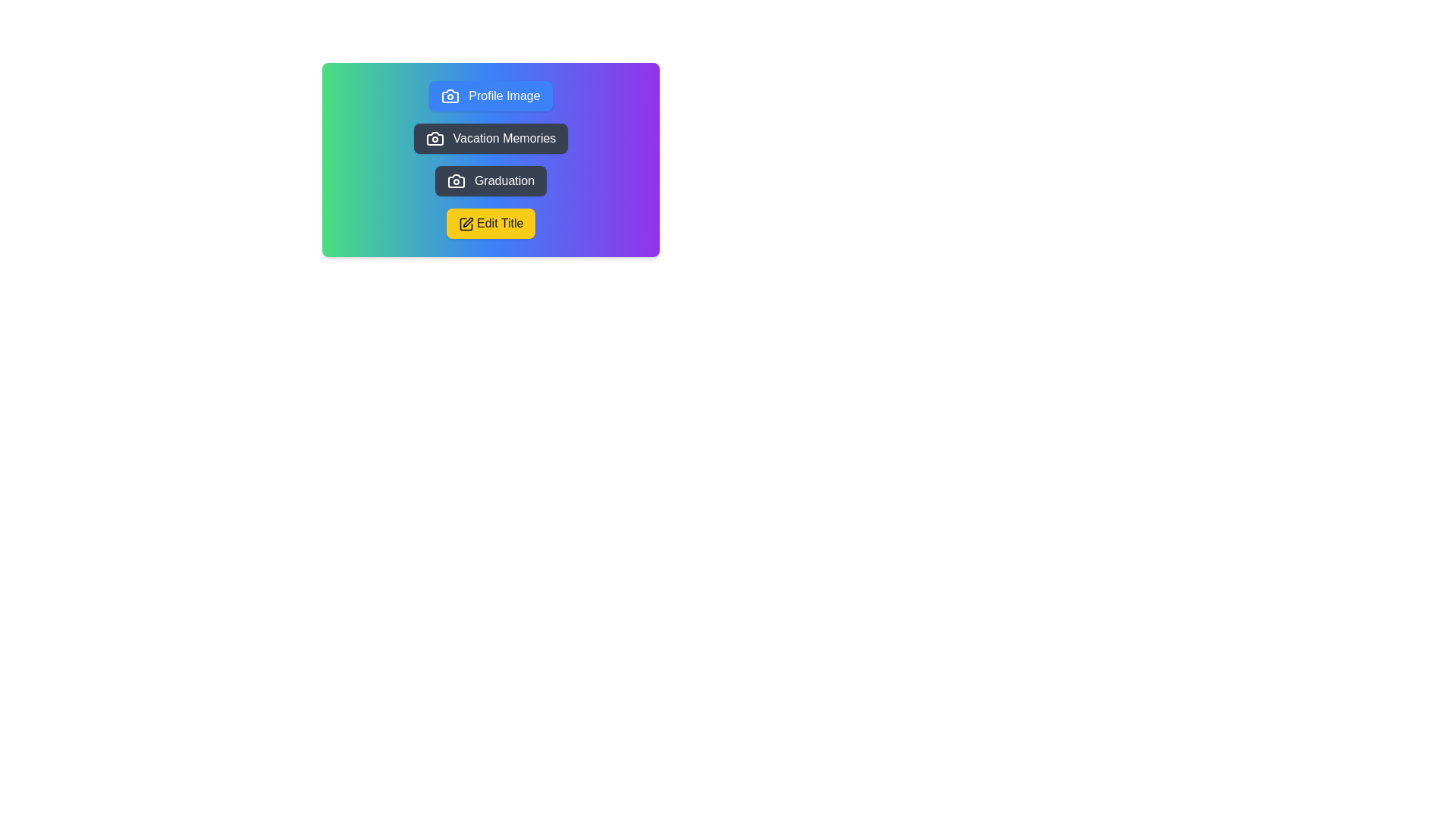 The width and height of the screenshot is (1456, 819). What do you see at coordinates (491, 223) in the screenshot?
I see `the 'Edit Title' button, which is a yellow rectangular button with rounded corners located below the 'Graduation' button` at bounding box center [491, 223].